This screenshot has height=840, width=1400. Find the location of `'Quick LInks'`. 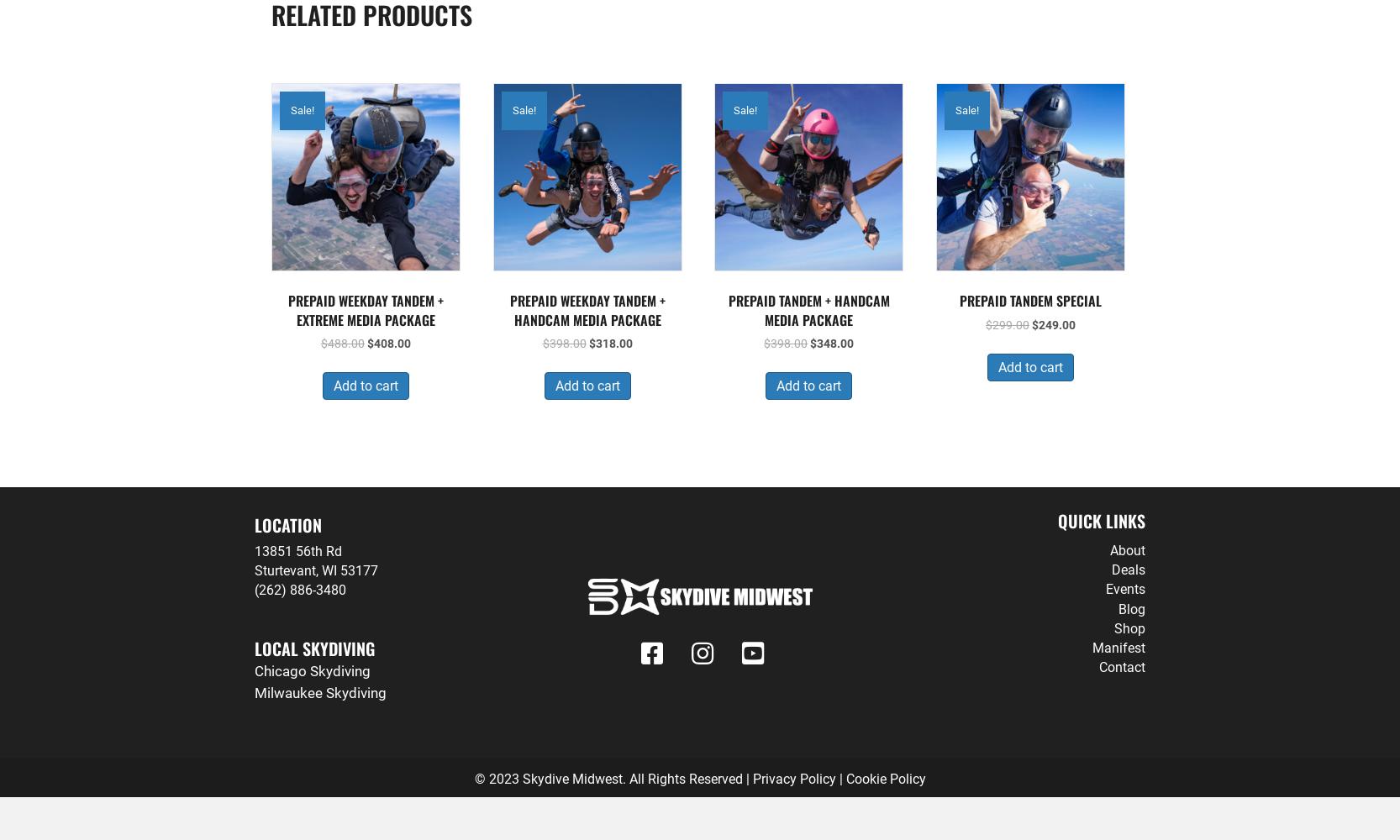

'Quick LInks' is located at coordinates (1101, 520).